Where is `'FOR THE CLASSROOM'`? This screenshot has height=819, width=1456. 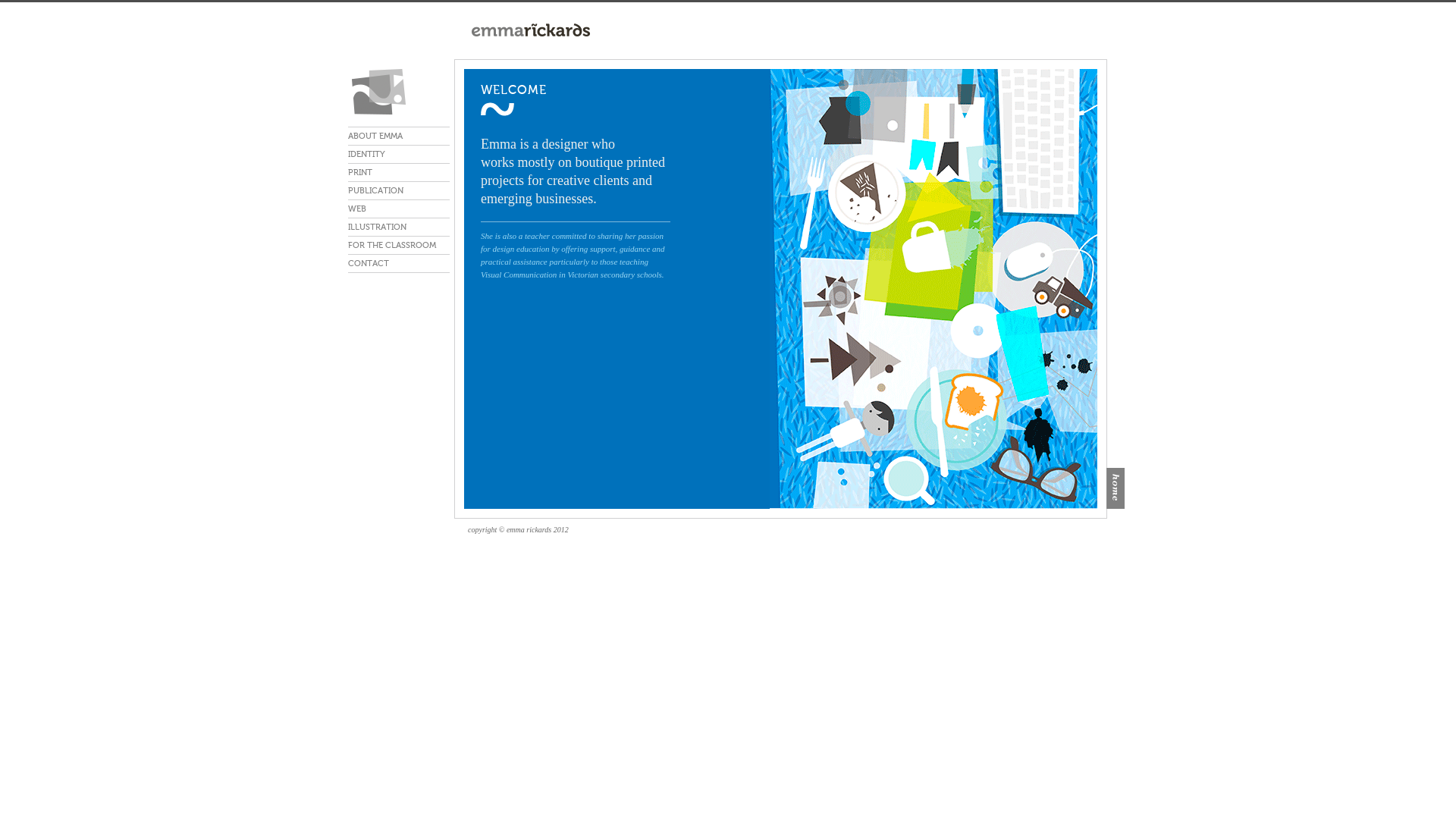 'FOR THE CLASSROOM' is located at coordinates (399, 244).